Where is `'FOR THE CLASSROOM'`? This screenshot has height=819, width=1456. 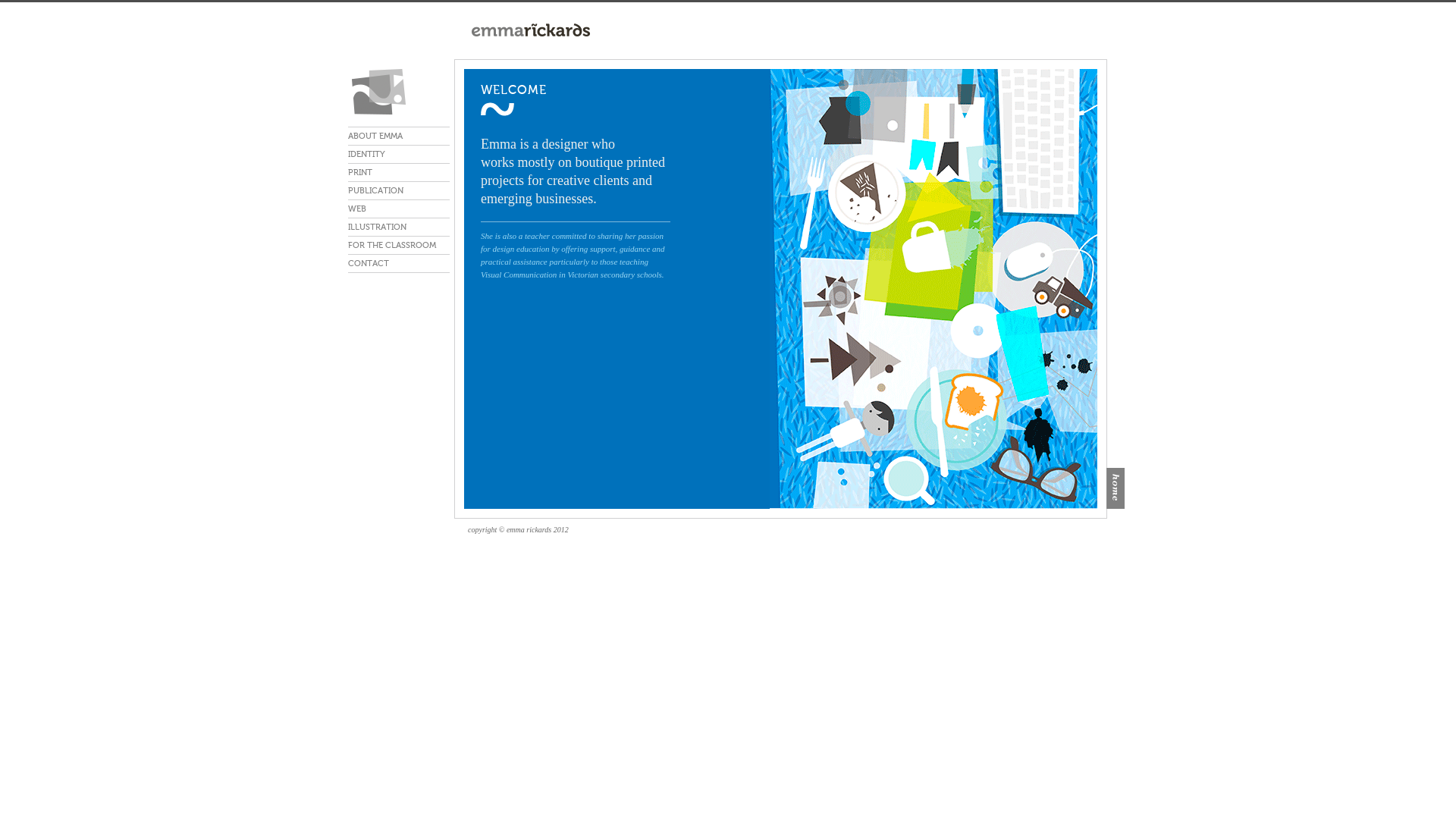 'FOR THE CLASSROOM' is located at coordinates (399, 244).